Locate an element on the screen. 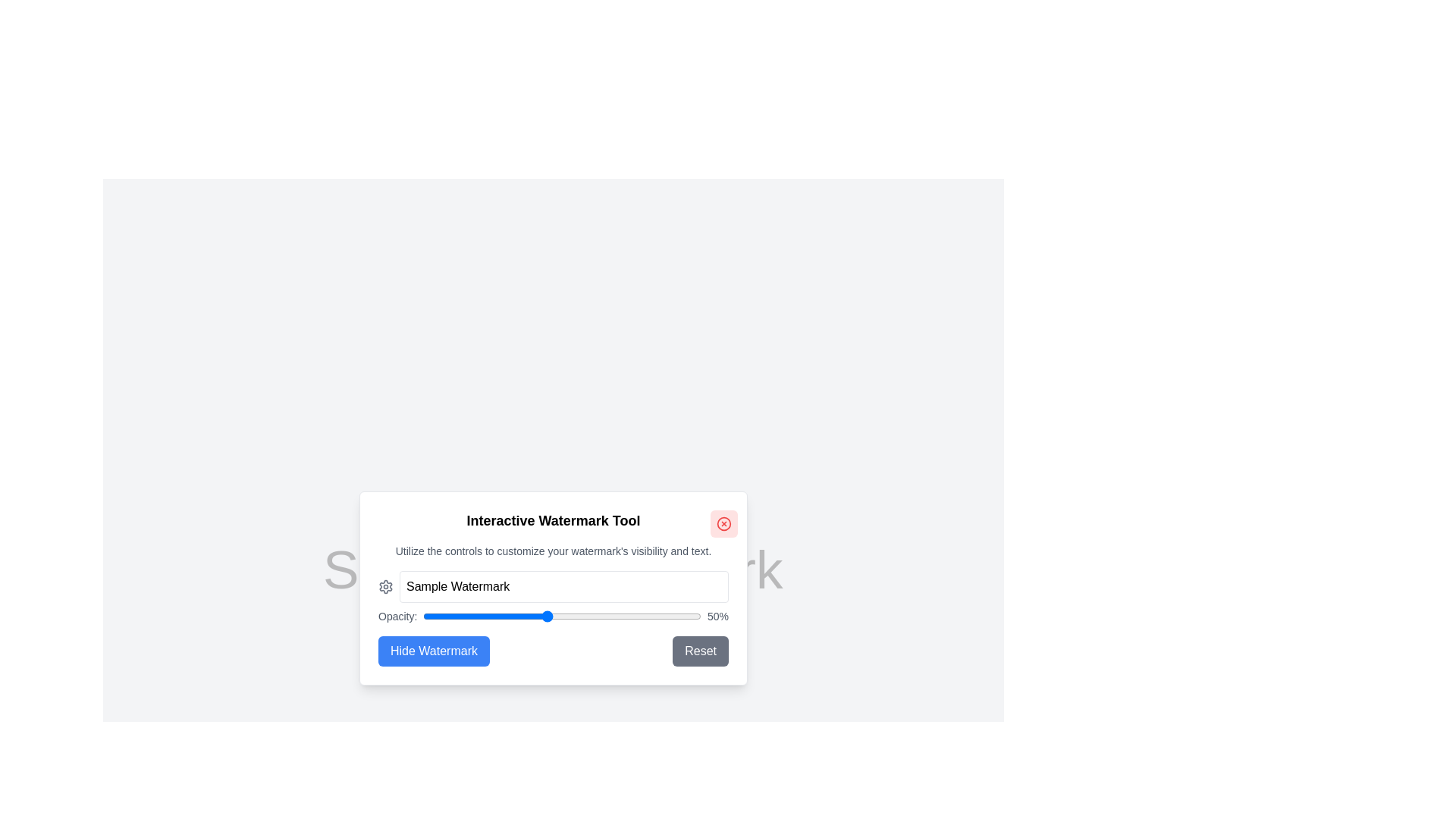  the opacity is located at coordinates (589, 617).